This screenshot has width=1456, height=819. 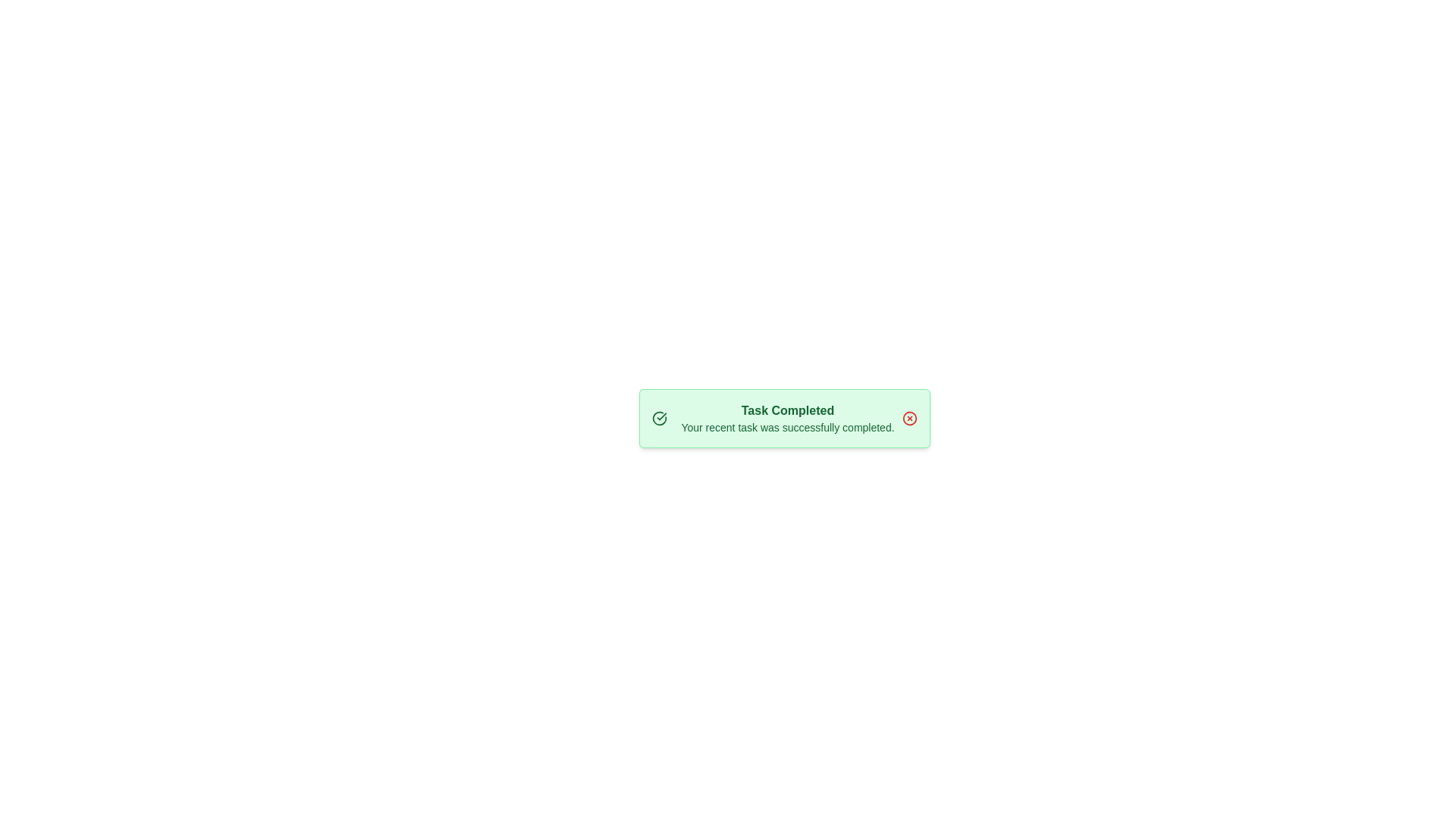 I want to click on the text content of the alert, so click(x=679, y=400).